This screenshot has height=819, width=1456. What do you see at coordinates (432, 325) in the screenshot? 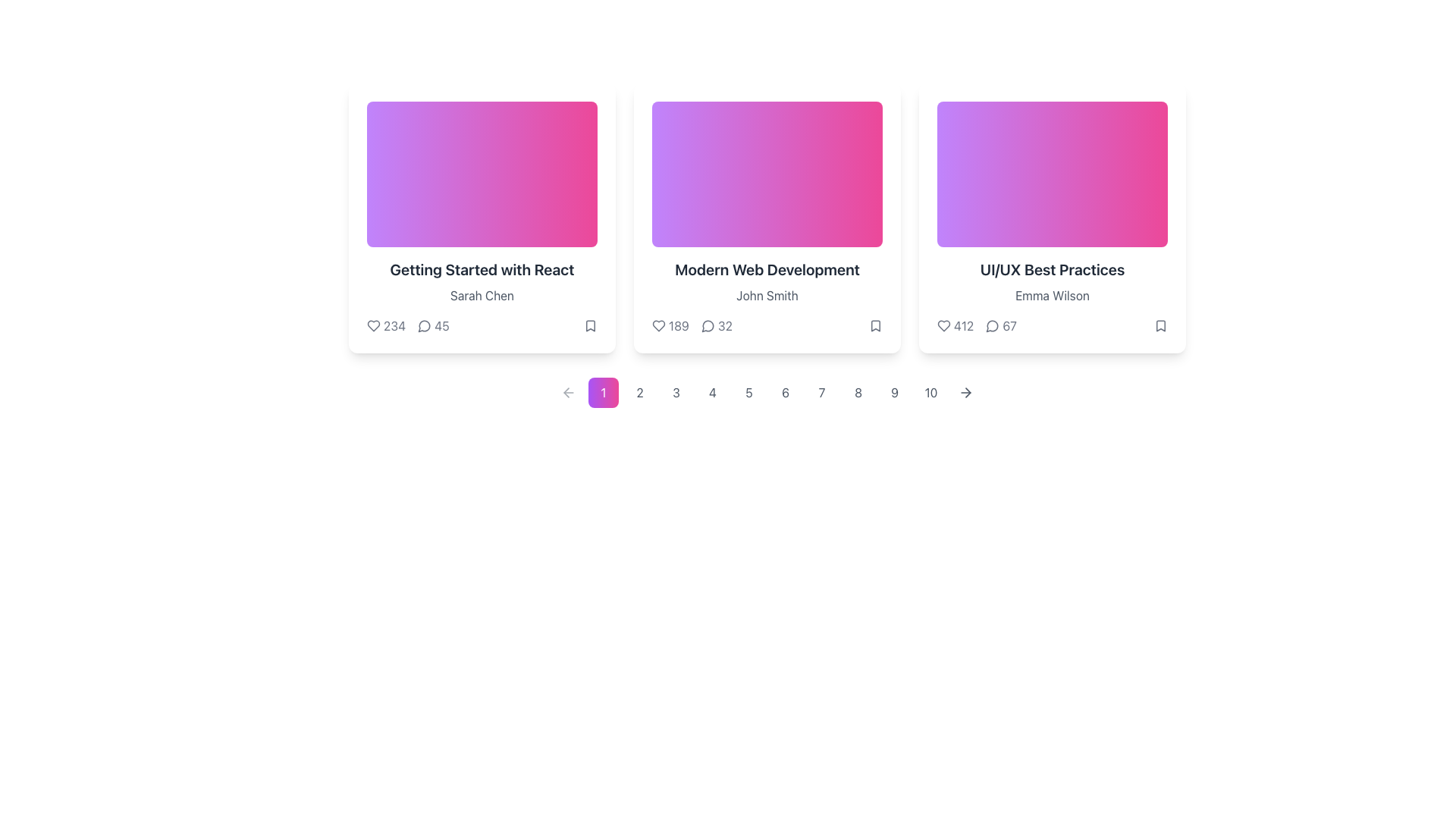
I see `the Interactive Comment Indicator, which is a comment icon followed by the number '45', located at the lower center area of the card titled 'Getting Started with React'` at bounding box center [432, 325].